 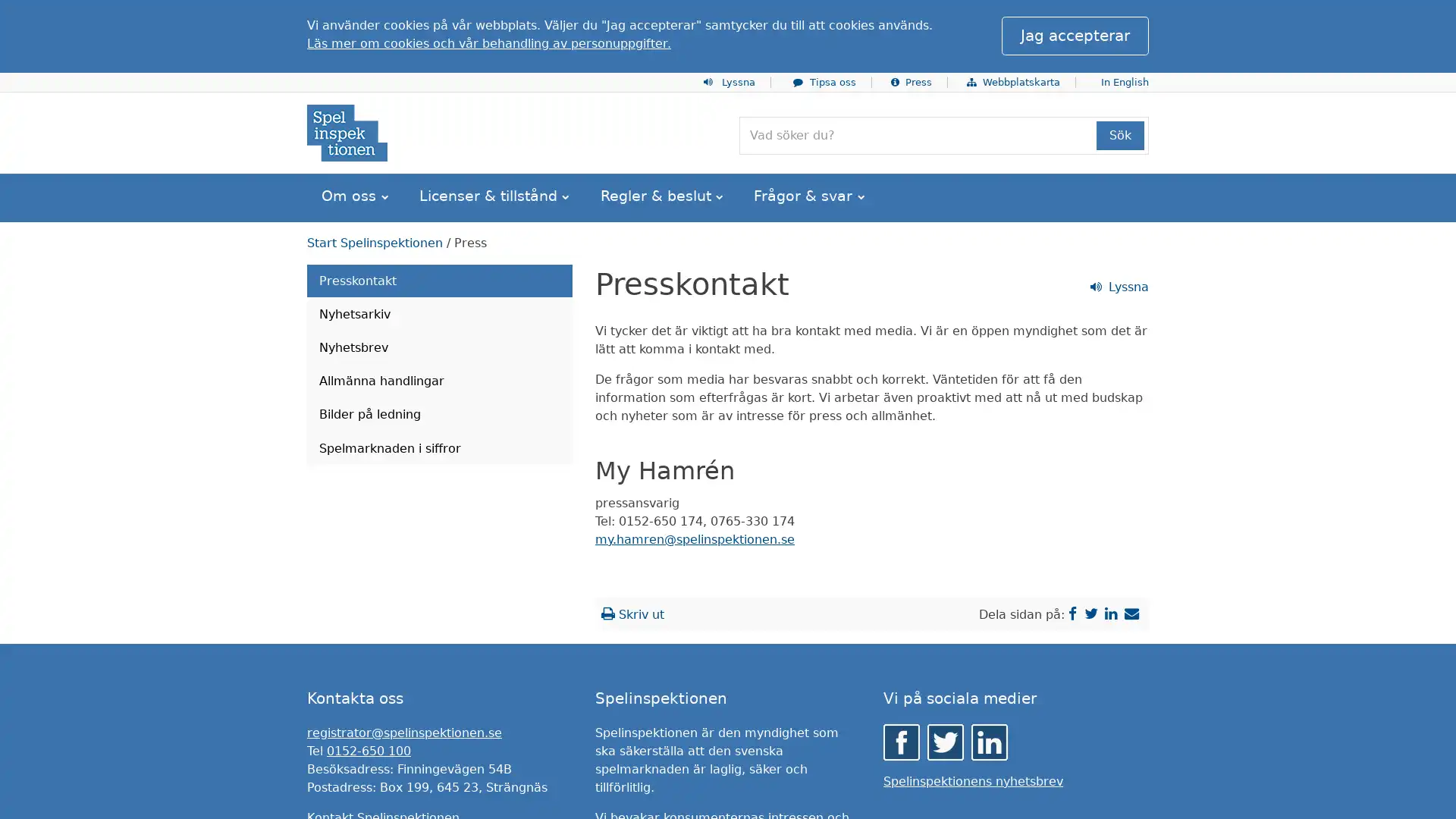 I want to click on webReaders meny, so click(x=318, y=283).